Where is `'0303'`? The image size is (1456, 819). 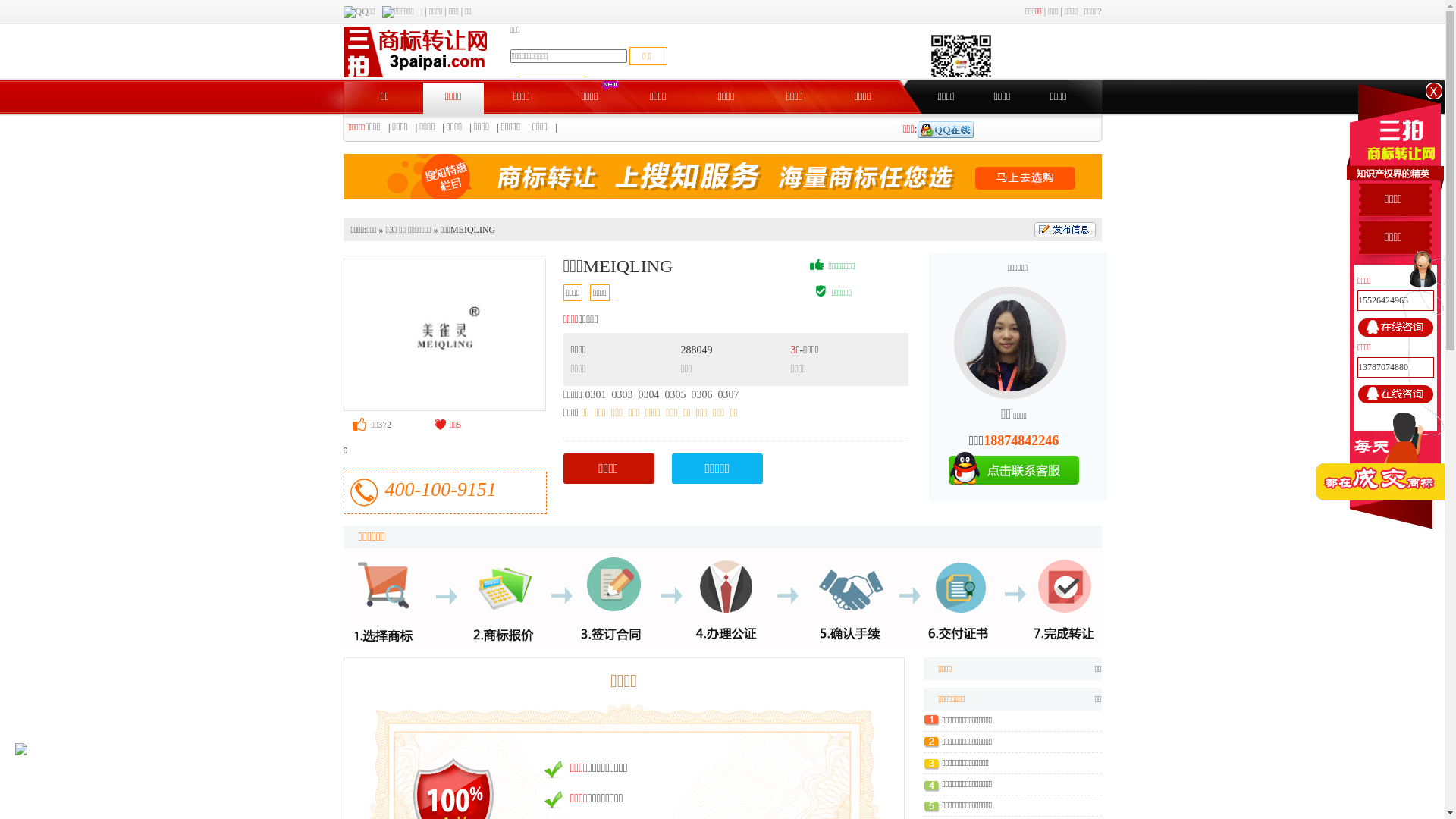
'0303' is located at coordinates (622, 394).